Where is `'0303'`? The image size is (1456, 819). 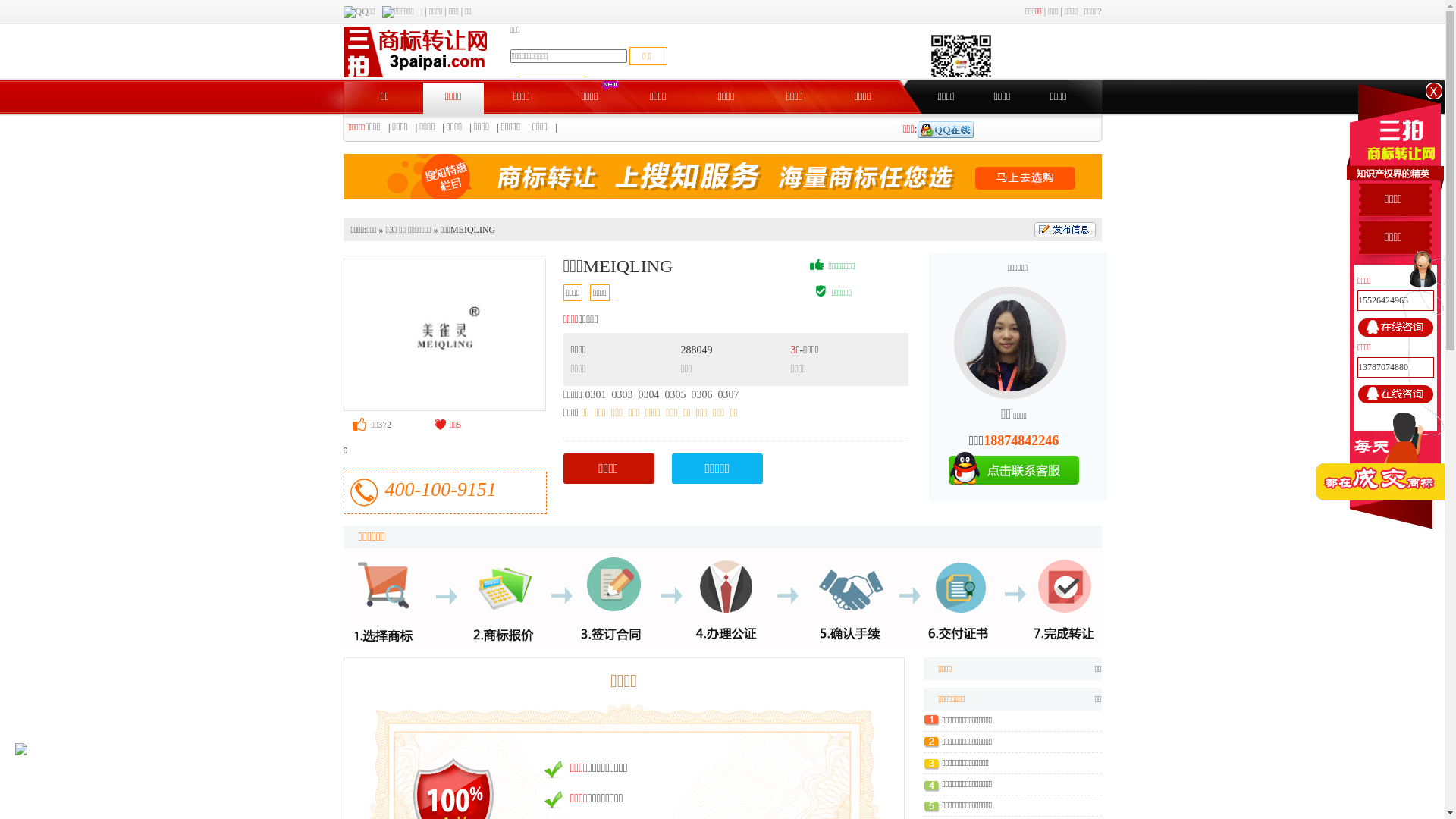
'0303' is located at coordinates (622, 394).